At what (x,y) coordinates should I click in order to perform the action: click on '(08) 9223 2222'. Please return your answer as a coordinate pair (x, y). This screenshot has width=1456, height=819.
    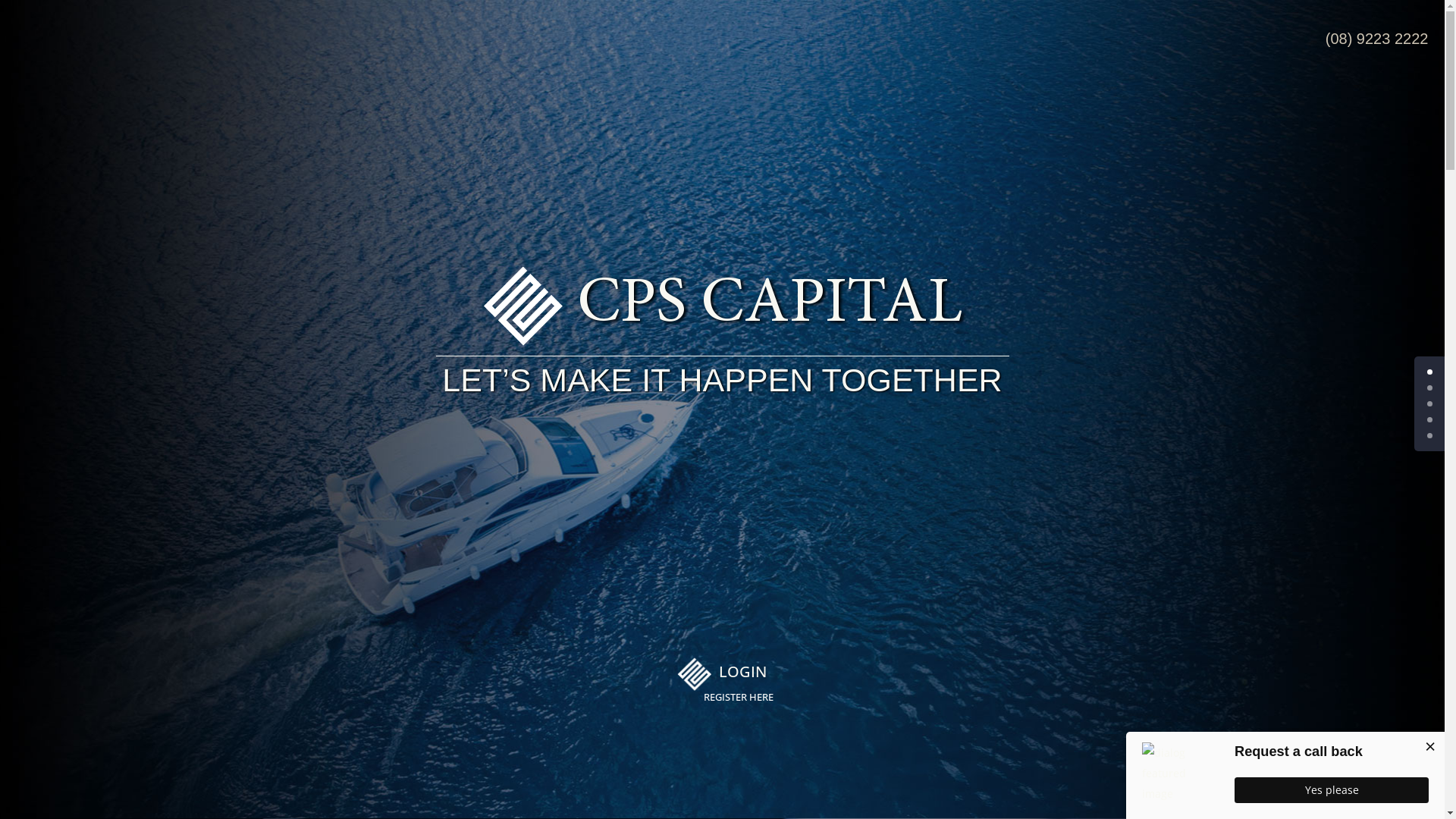
    Looking at the image, I should click on (1376, 37).